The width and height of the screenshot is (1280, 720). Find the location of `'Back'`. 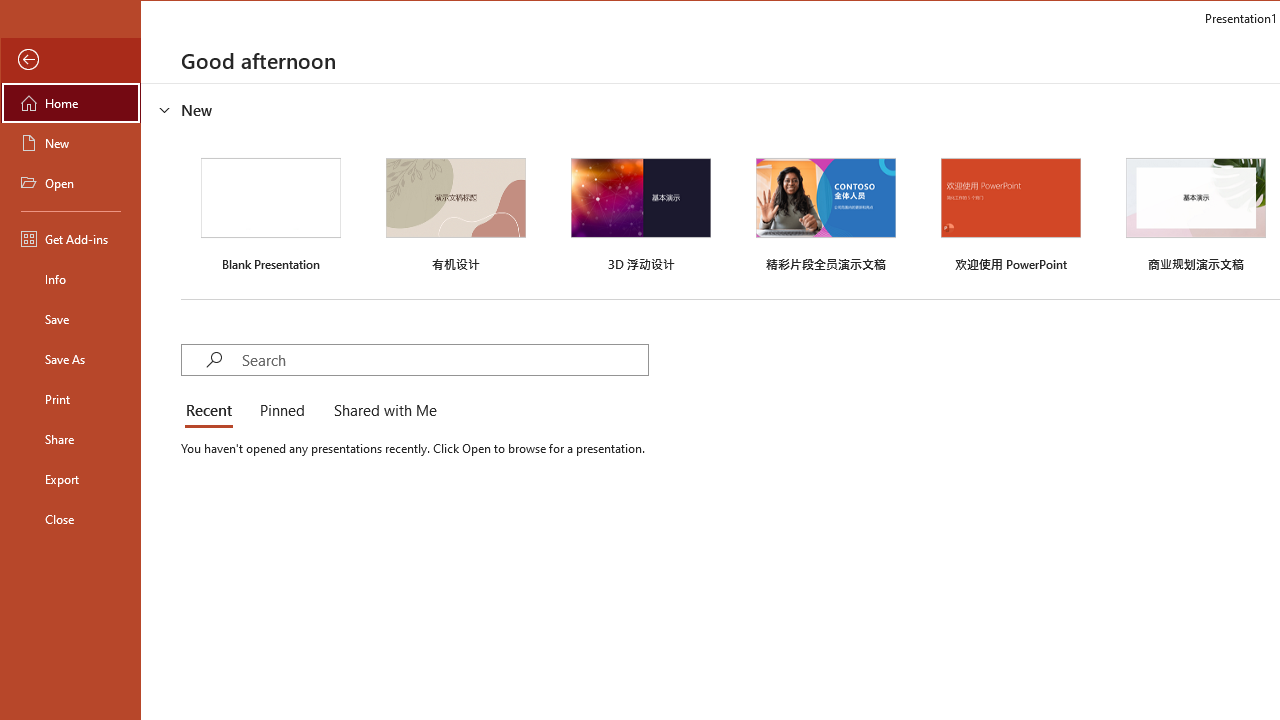

'Back' is located at coordinates (71, 59).